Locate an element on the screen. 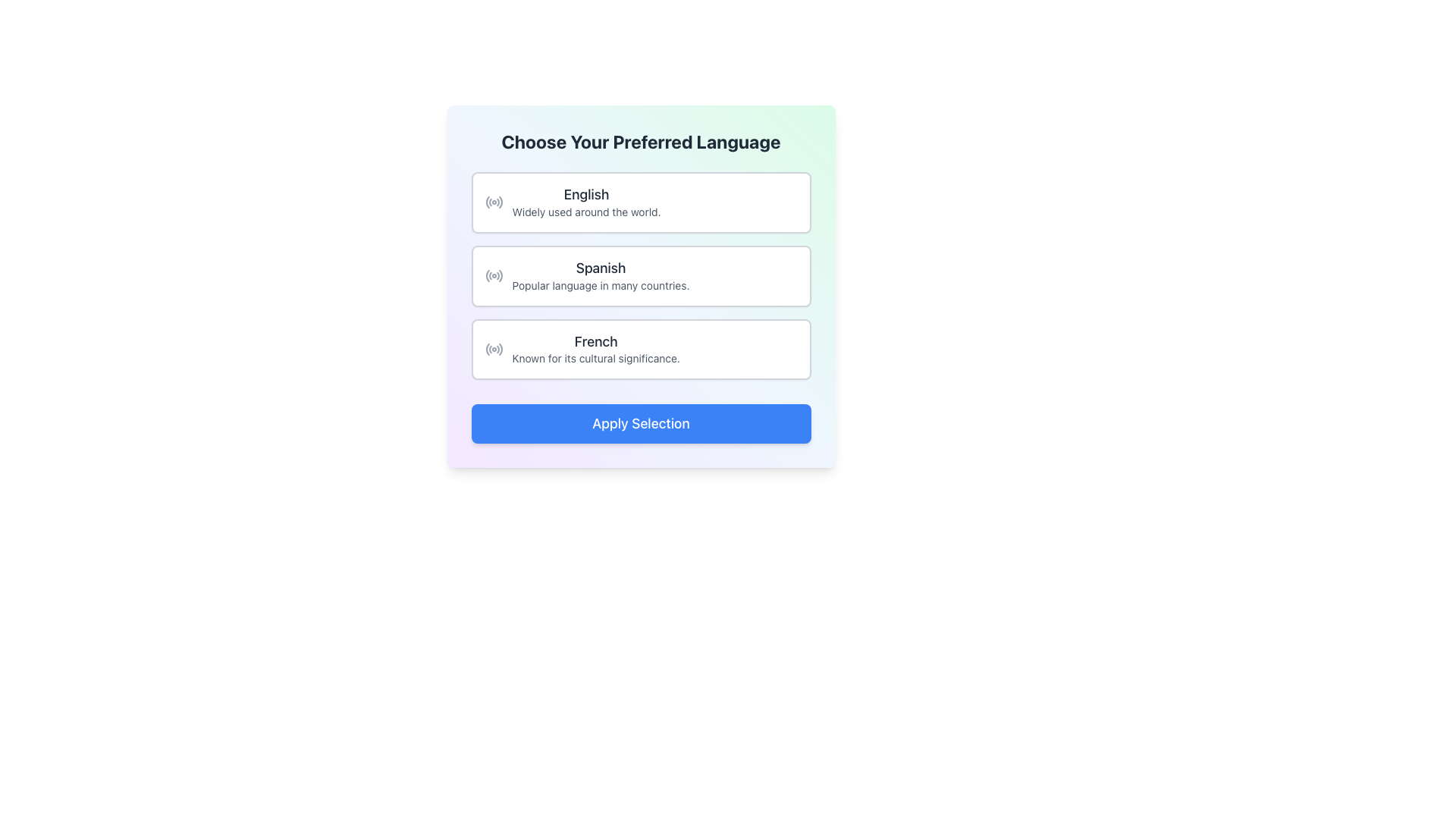 Image resolution: width=1456 pixels, height=819 pixels. the Spanish language option in the language selection interface, which is the second element in a vertical list between 'English' and 'French' is located at coordinates (600, 276).